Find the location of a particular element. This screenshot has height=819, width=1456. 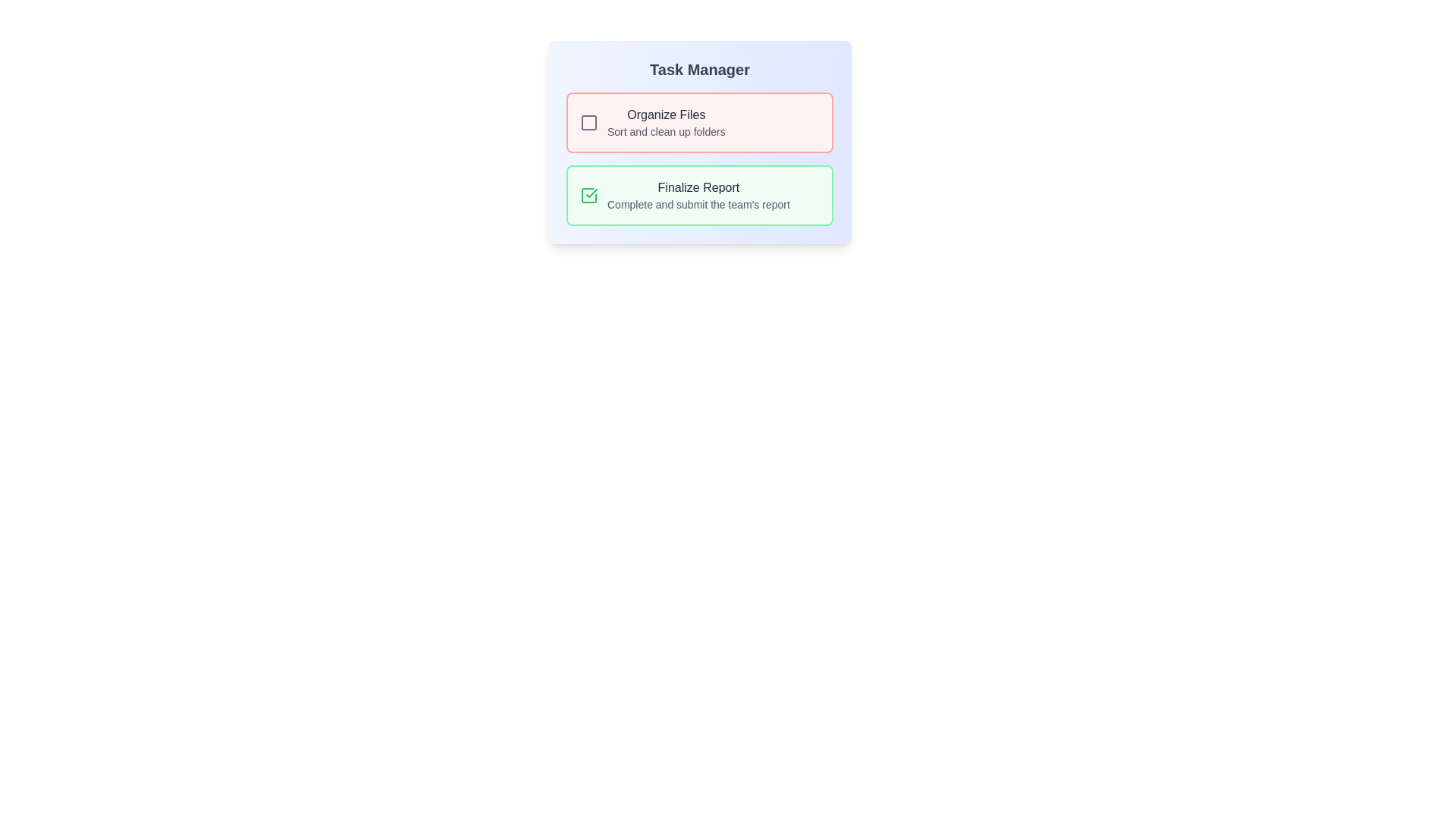

the textual UI element titled 'Organize Files' which contains descriptive text 'Sort and clean up folders', located in the upper section of the interface against a light red background is located at coordinates (666, 122).